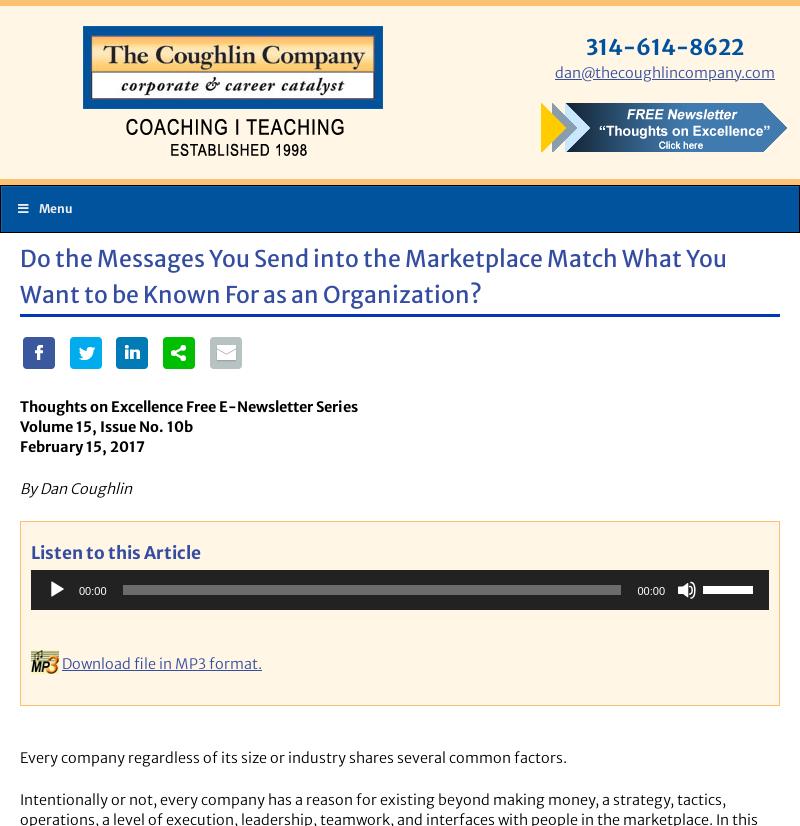  What do you see at coordinates (664, 72) in the screenshot?
I see `'dan@thecoughlincompany.com'` at bounding box center [664, 72].